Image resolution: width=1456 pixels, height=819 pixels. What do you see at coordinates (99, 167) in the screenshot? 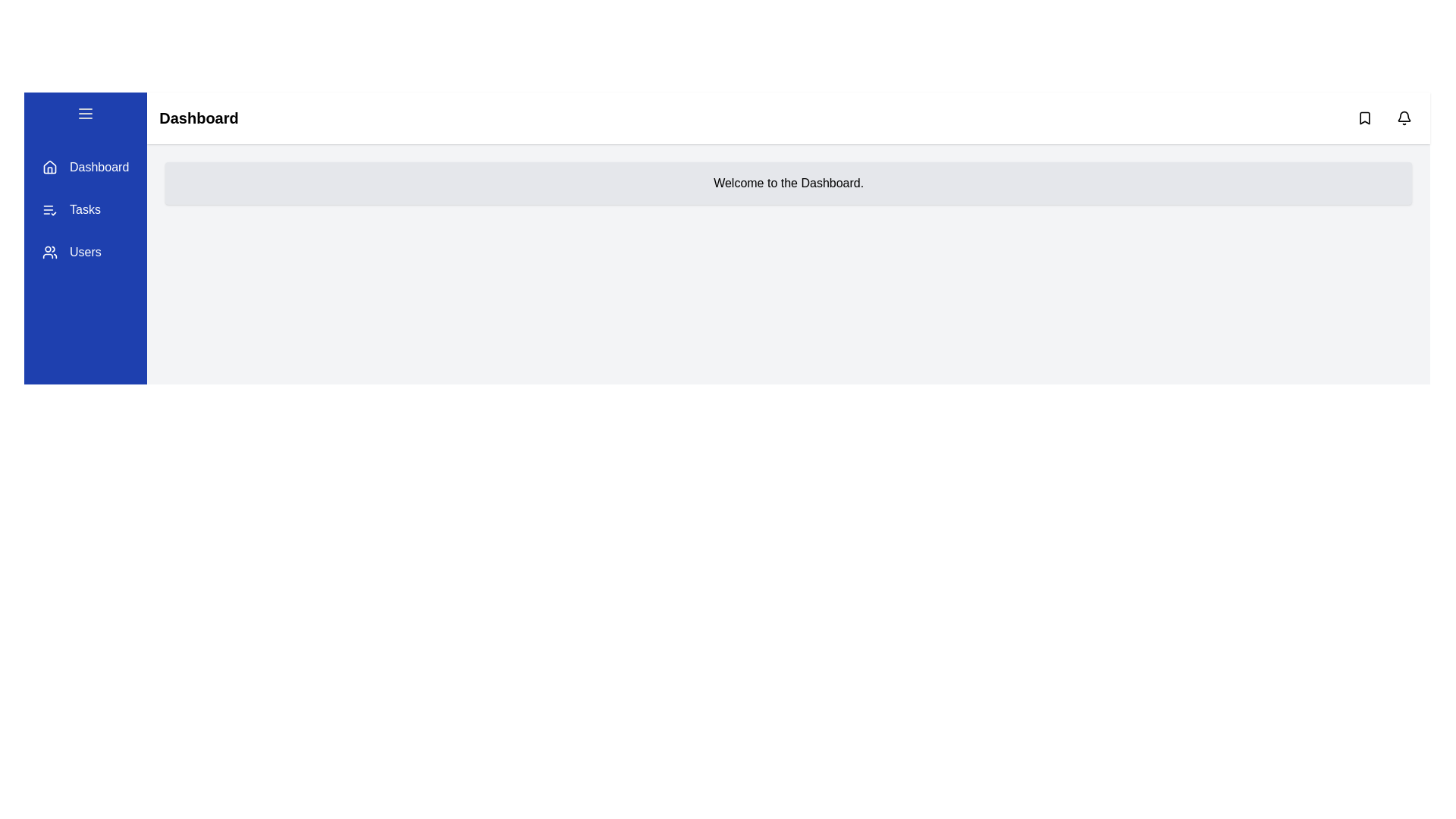
I see `the 'Dashboard' text label in the navigation menu, which is the first item next to the house icon` at bounding box center [99, 167].